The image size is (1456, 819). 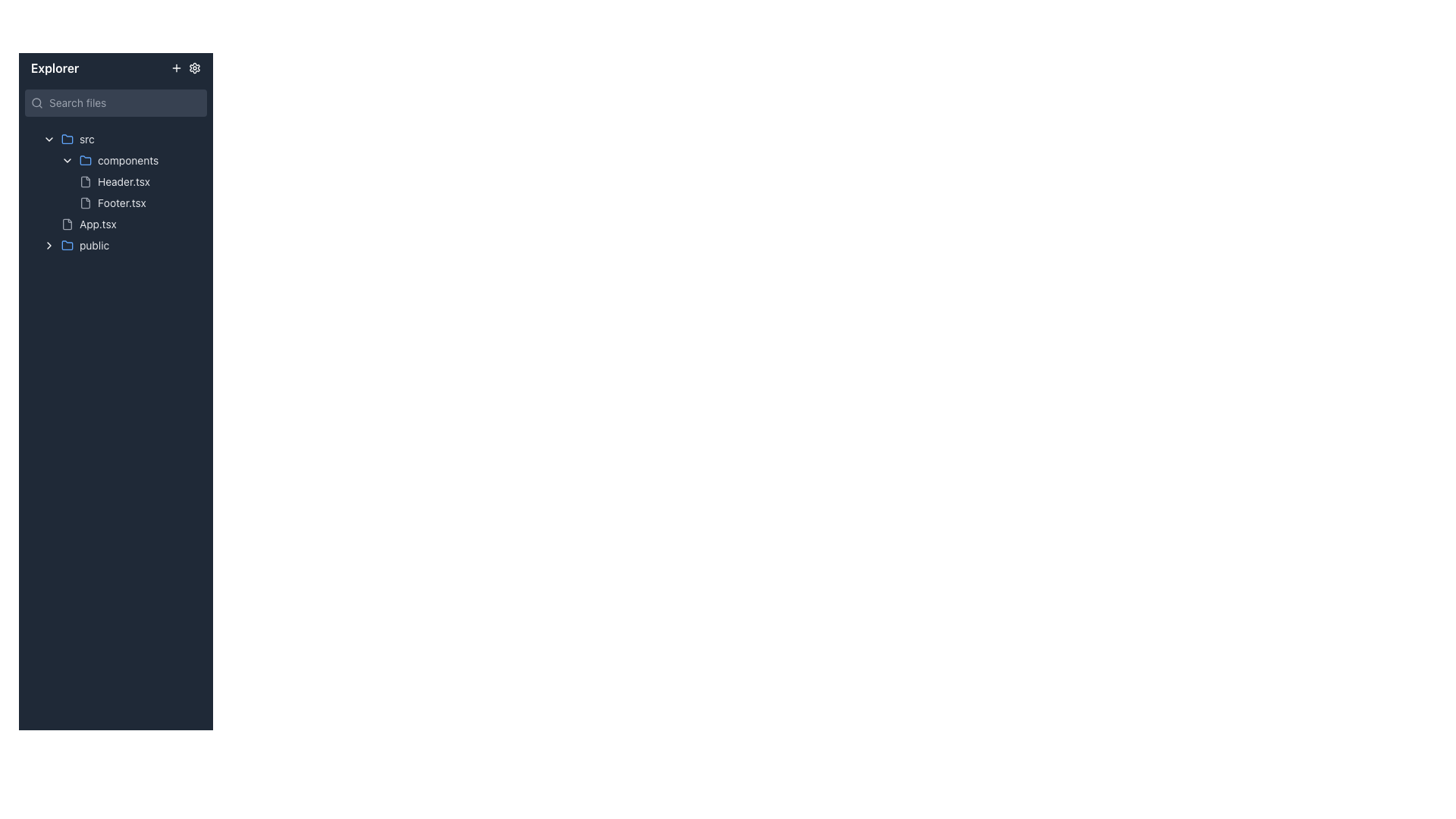 What do you see at coordinates (97, 224) in the screenshot?
I see `the text label displaying 'App.tsx', which is the third entry in the list under the 'src' folder in the file explorer interface` at bounding box center [97, 224].